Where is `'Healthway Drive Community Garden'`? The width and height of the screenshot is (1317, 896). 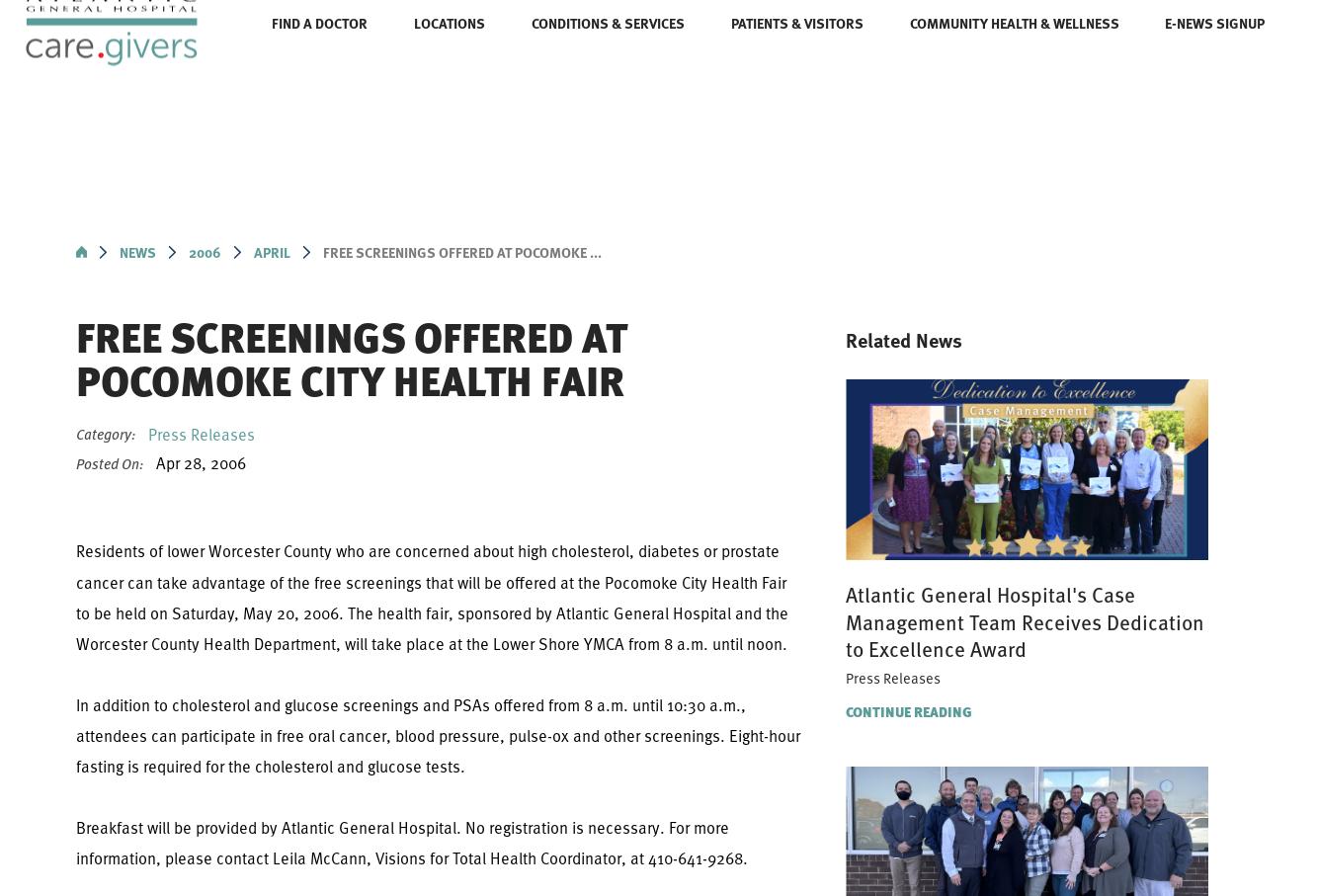 'Healthway Drive Community Garden' is located at coordinates (353, 243).